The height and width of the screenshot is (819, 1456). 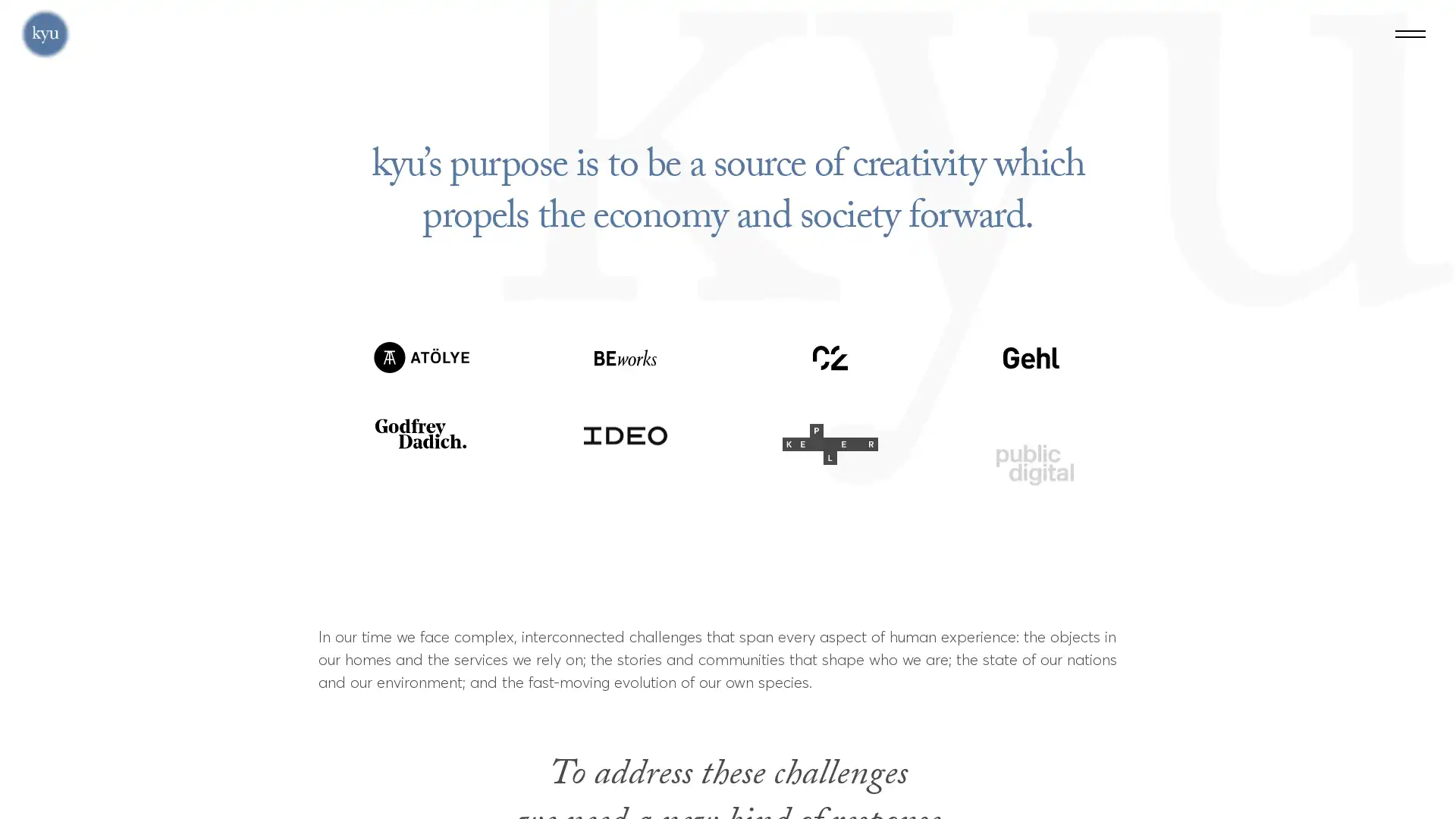 What do you see at coordinates (1410, 34) in the screenshot?
I see `Menu` at bounding box center [1410, 34].